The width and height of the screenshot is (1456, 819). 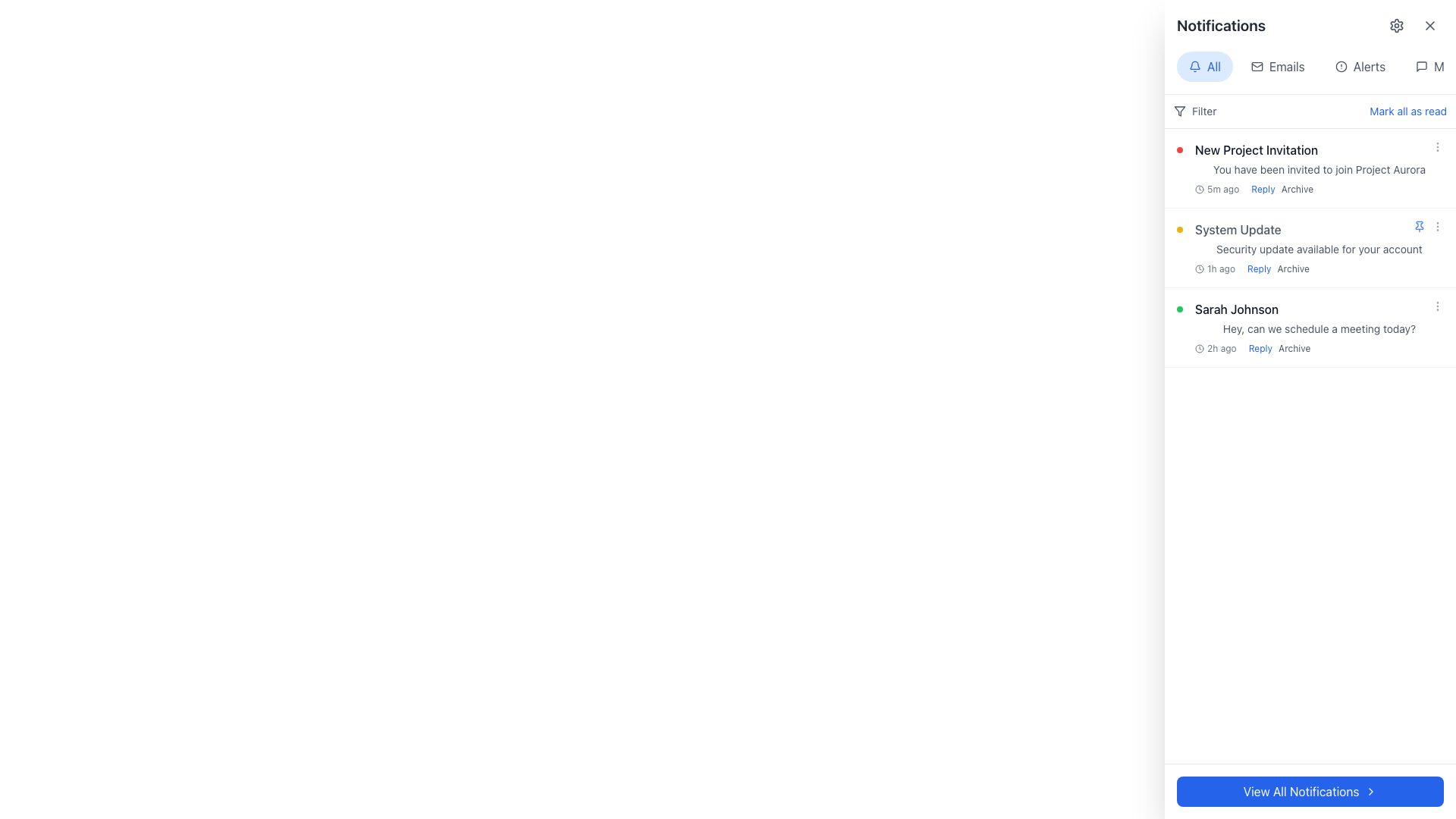 What do you see at coordinates (1199, 348) in the screenshot?
I see `the circular outline of the clock icon in the notification section to understand the context of the 'System Update' notification` at bounding box center [1199, 348].